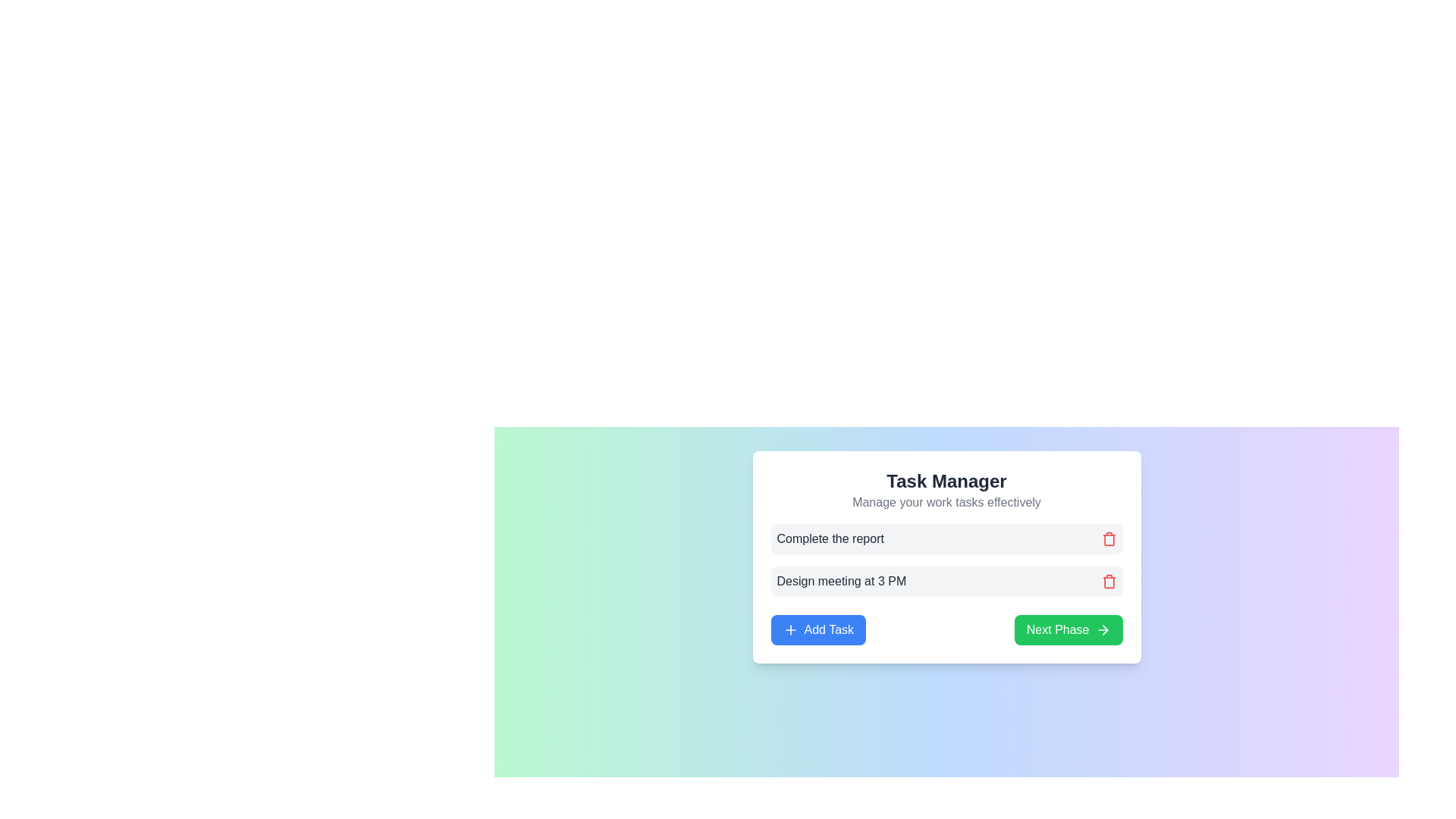 The image size is (1456, 819). What do you see at coordinates (946, 538) in the screenshot?
I see `the first task item in the task management application` at bounding box center [946, 538].